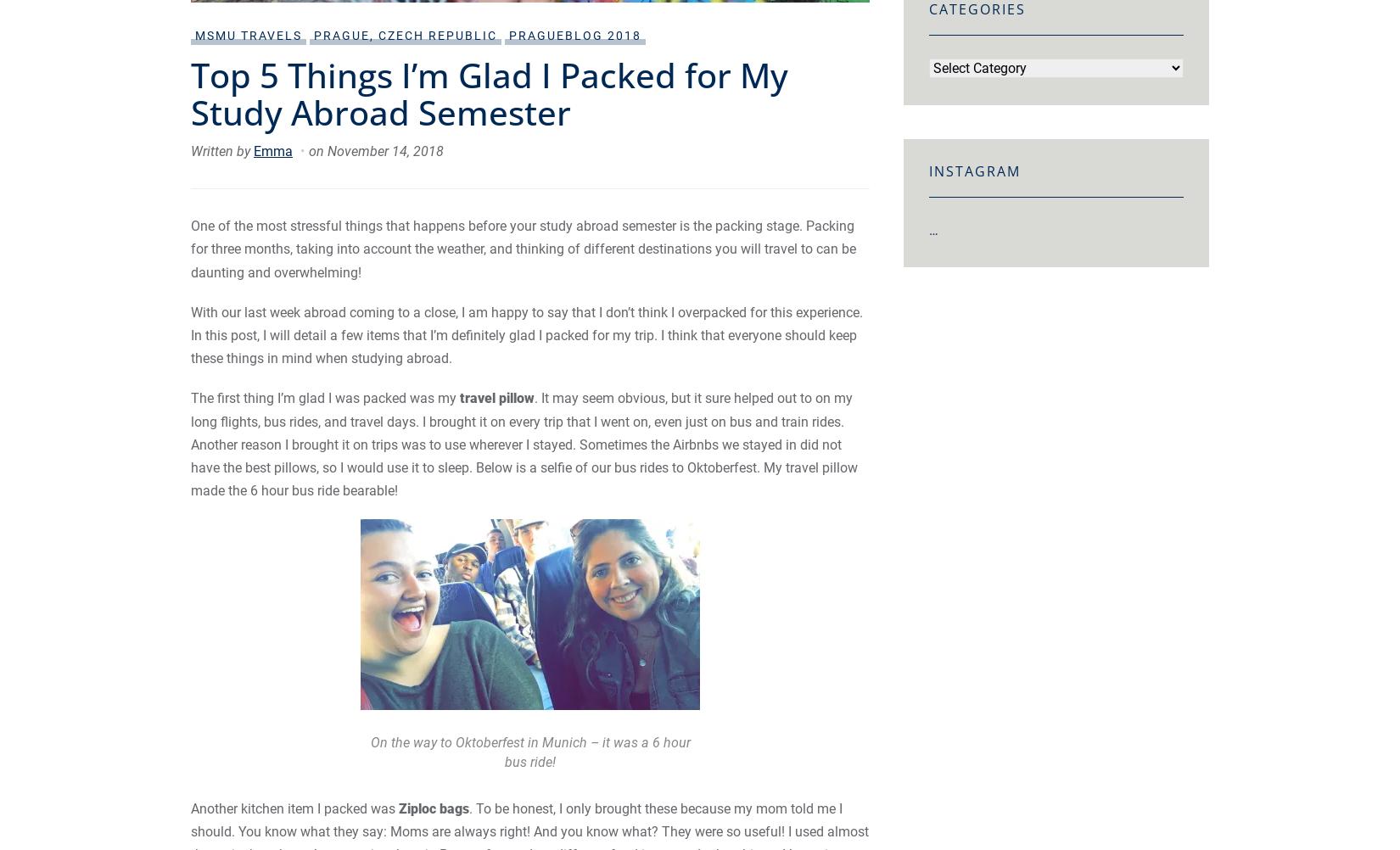  What do you see at coordinates (325, 397) in the screenshot?
I see `'The first thing I’m glad I was packed was my'` at bounding box center [325, 397].